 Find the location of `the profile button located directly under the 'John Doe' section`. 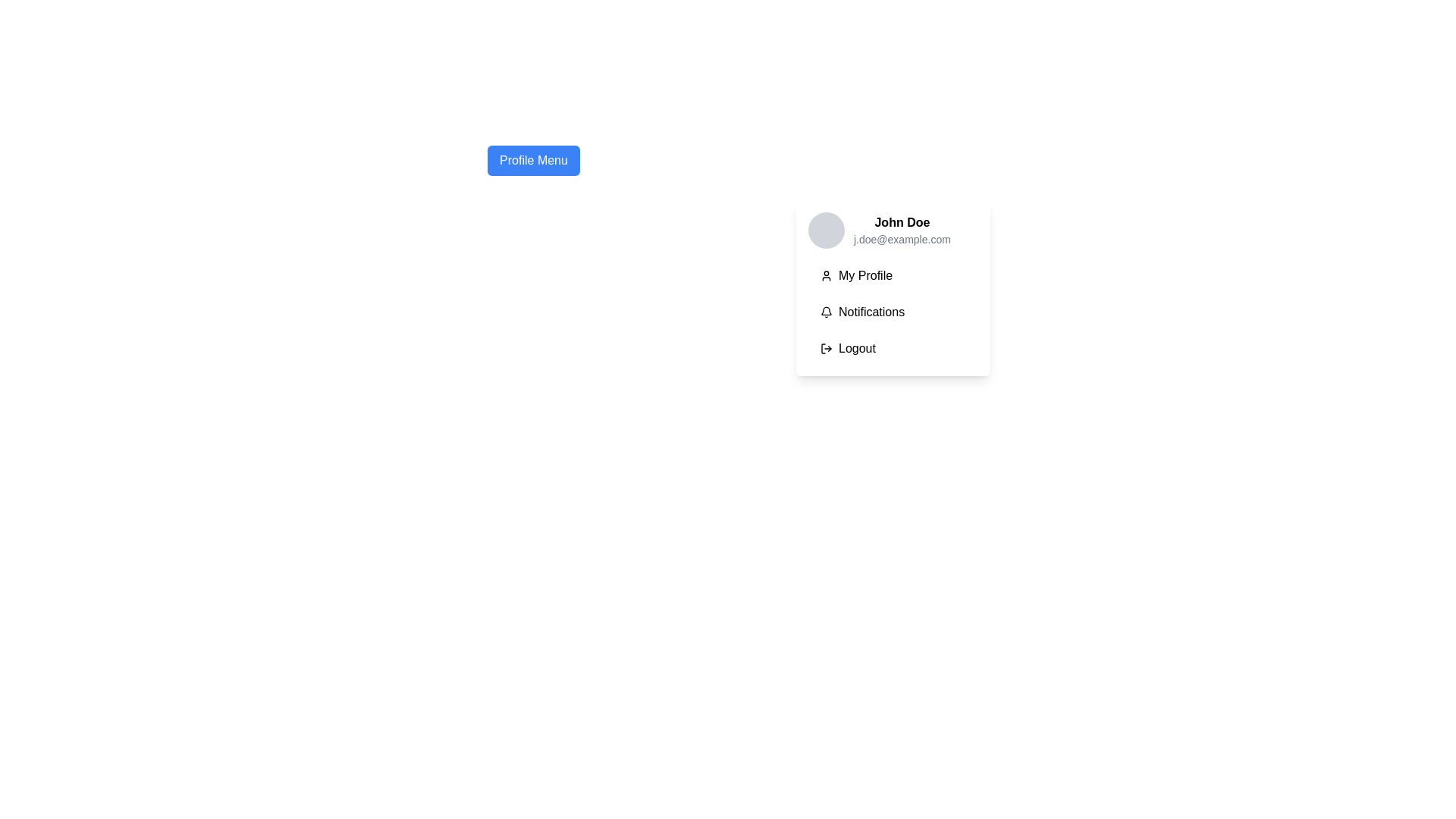

the profile button located directly under the 'John Doe' section is located at coordinates (893, 275).